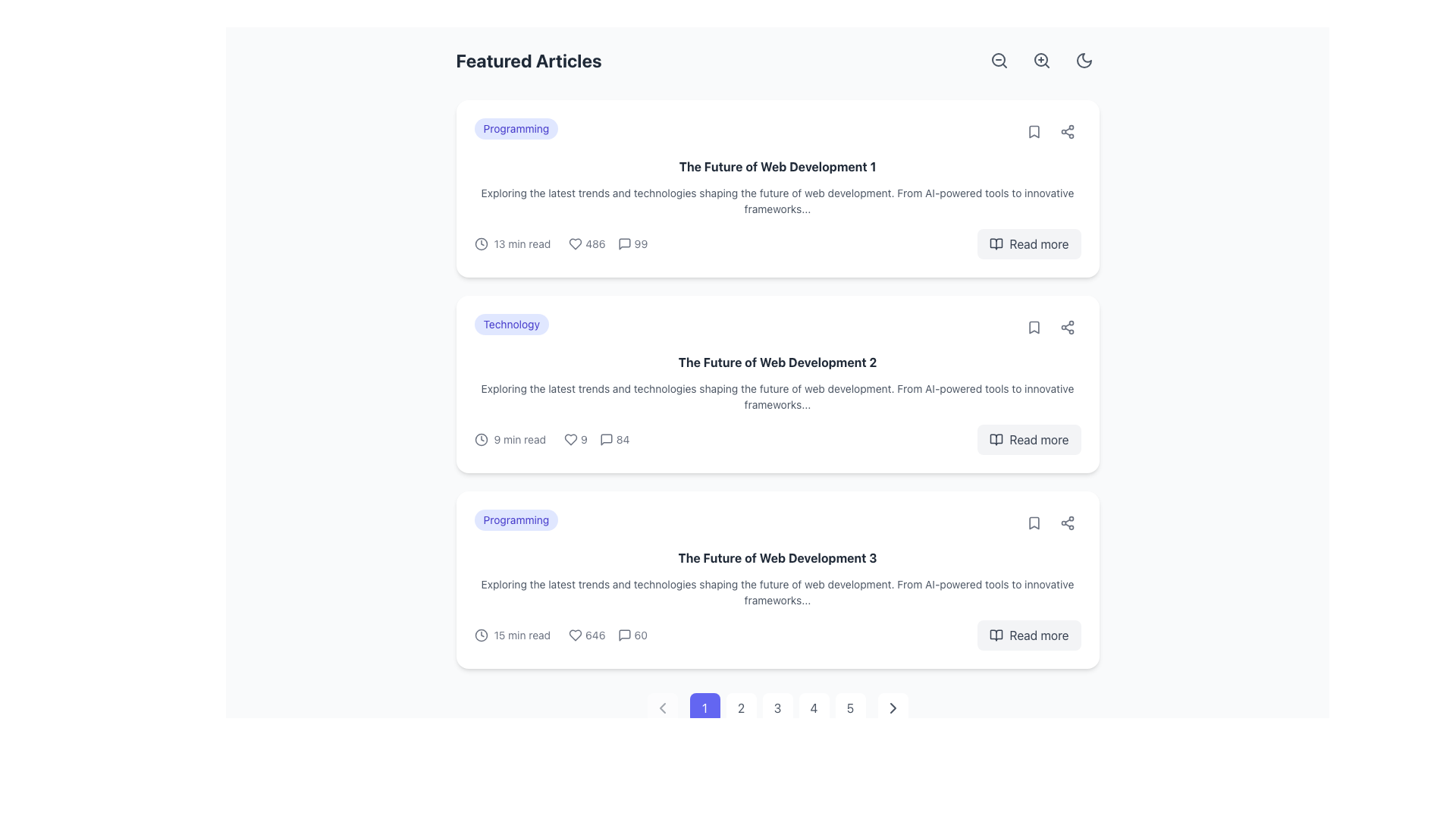  I want to click on the rightward-pointing chevron icon located at the bottom center of the interface, so click(893, 708).